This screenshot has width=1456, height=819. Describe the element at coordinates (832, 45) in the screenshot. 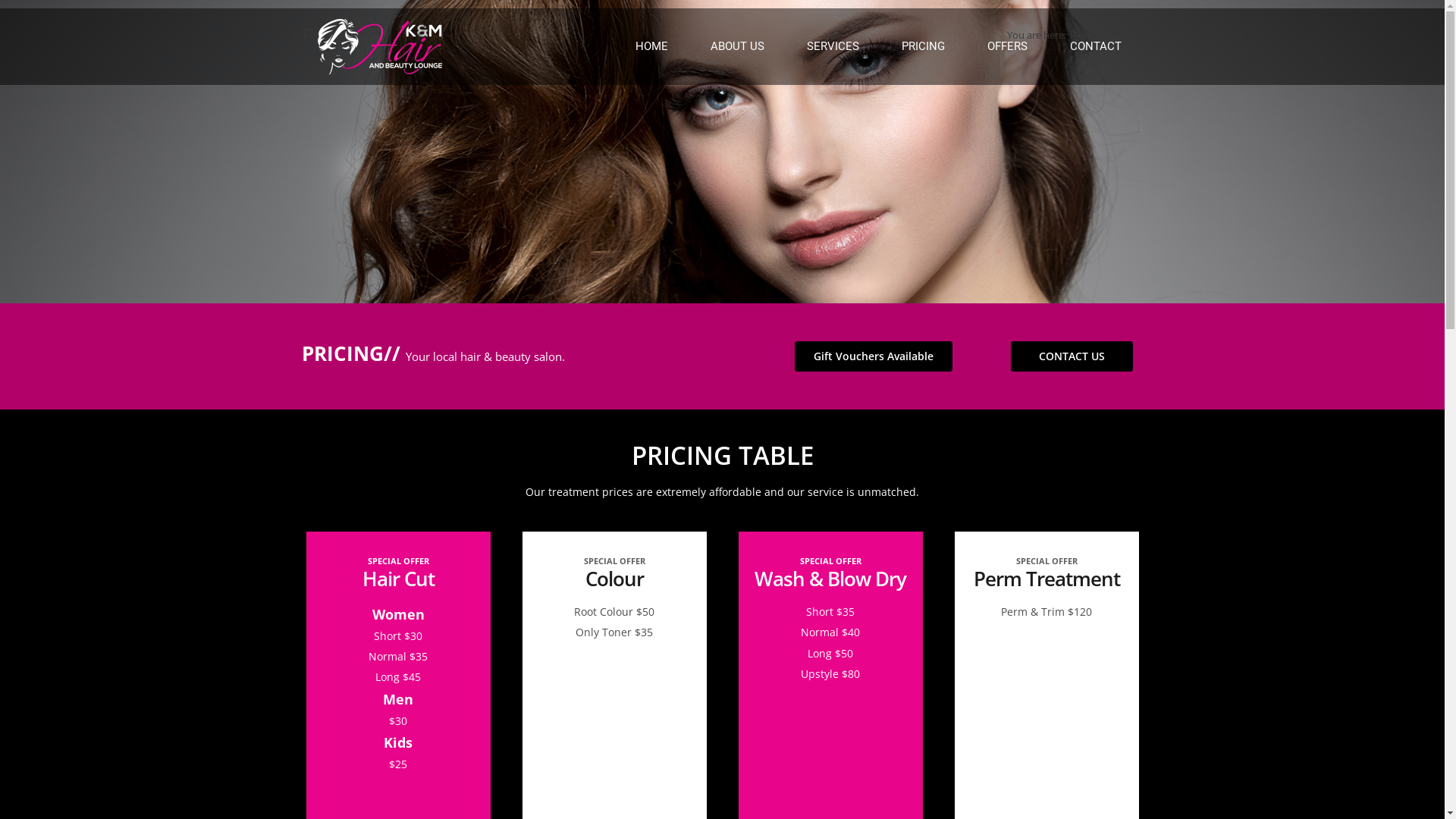

I see `'SERVICES'` at that location.